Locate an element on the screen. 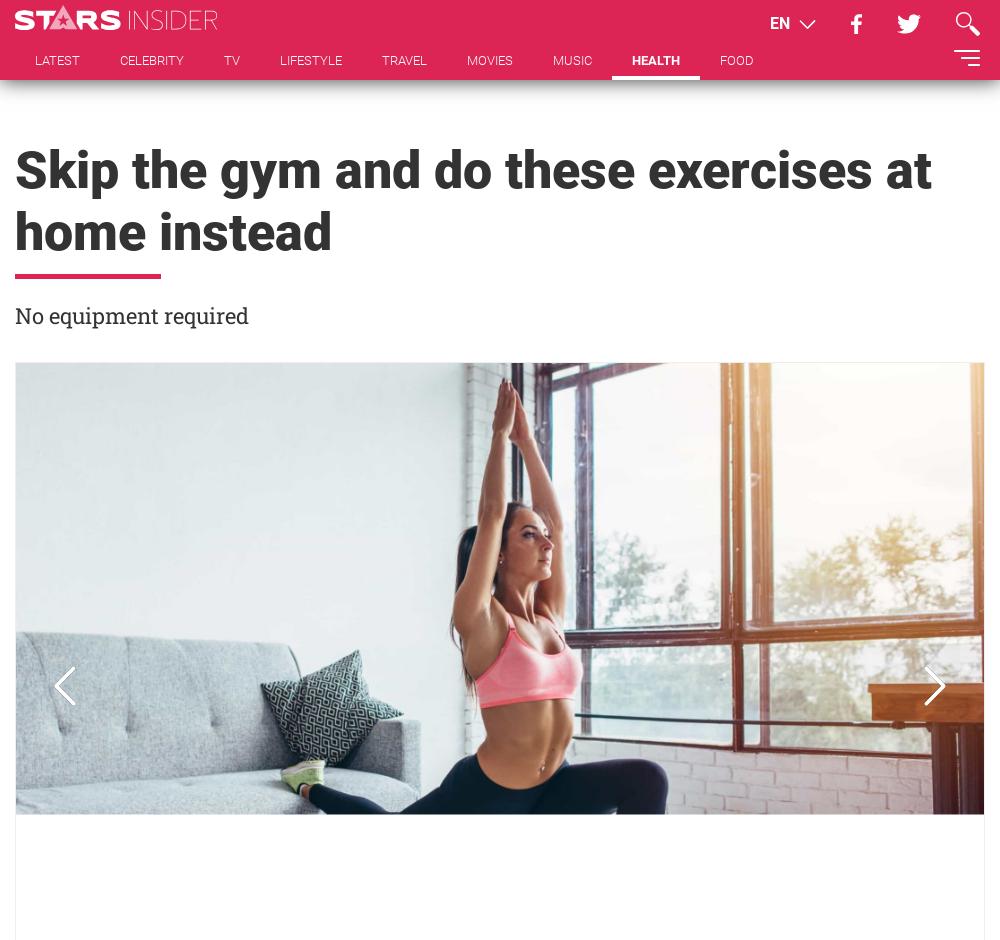  'MOVIES' is located at coordinates (489, 59).